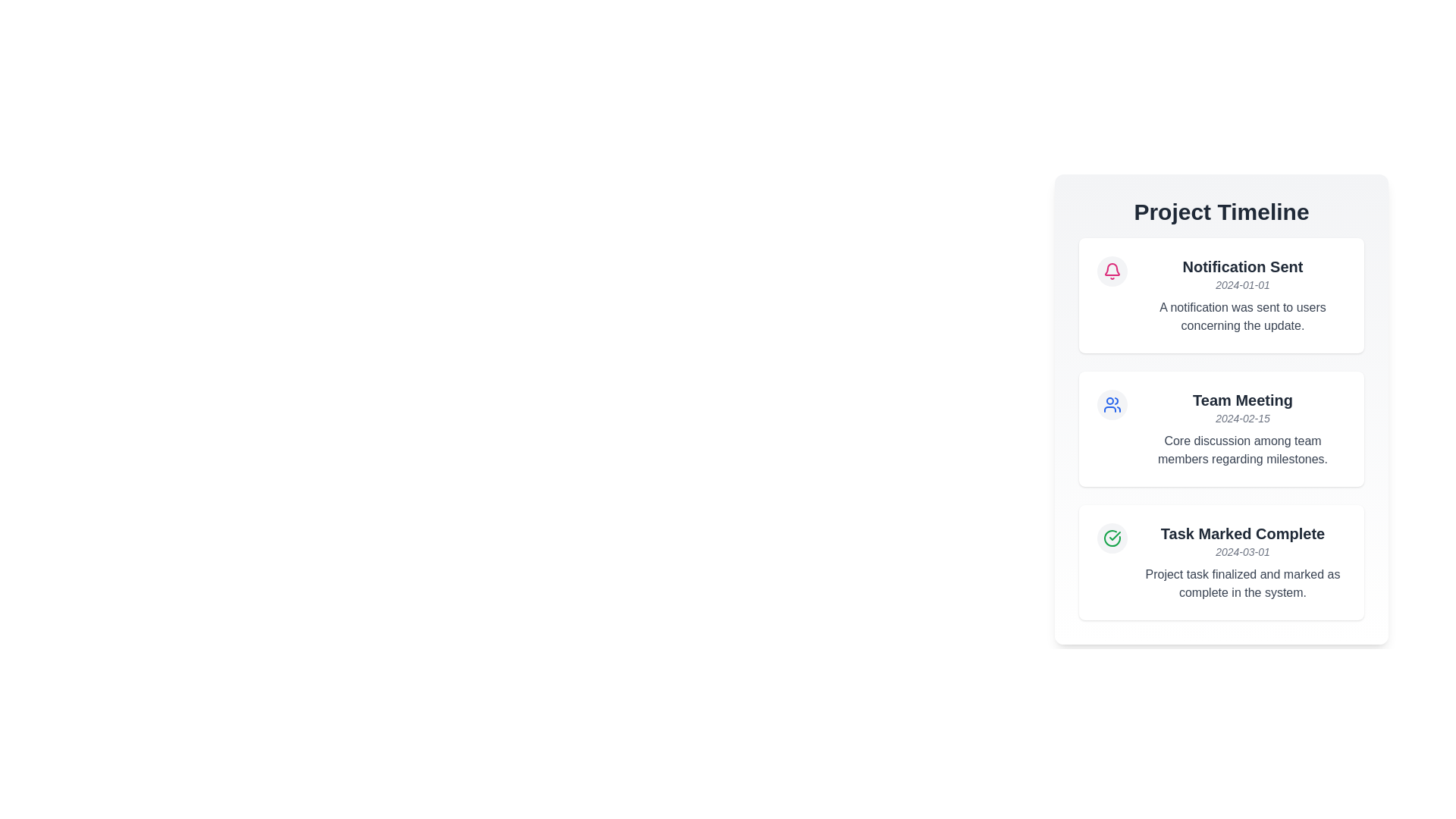 The height and width of the screenshot is (819, 1456). What do you see at coordinates (1222, 295) in the screenshot?
I see `notification details displayed in the first Notification card of the Project Timeline list` at bounding box center [1222, 295].